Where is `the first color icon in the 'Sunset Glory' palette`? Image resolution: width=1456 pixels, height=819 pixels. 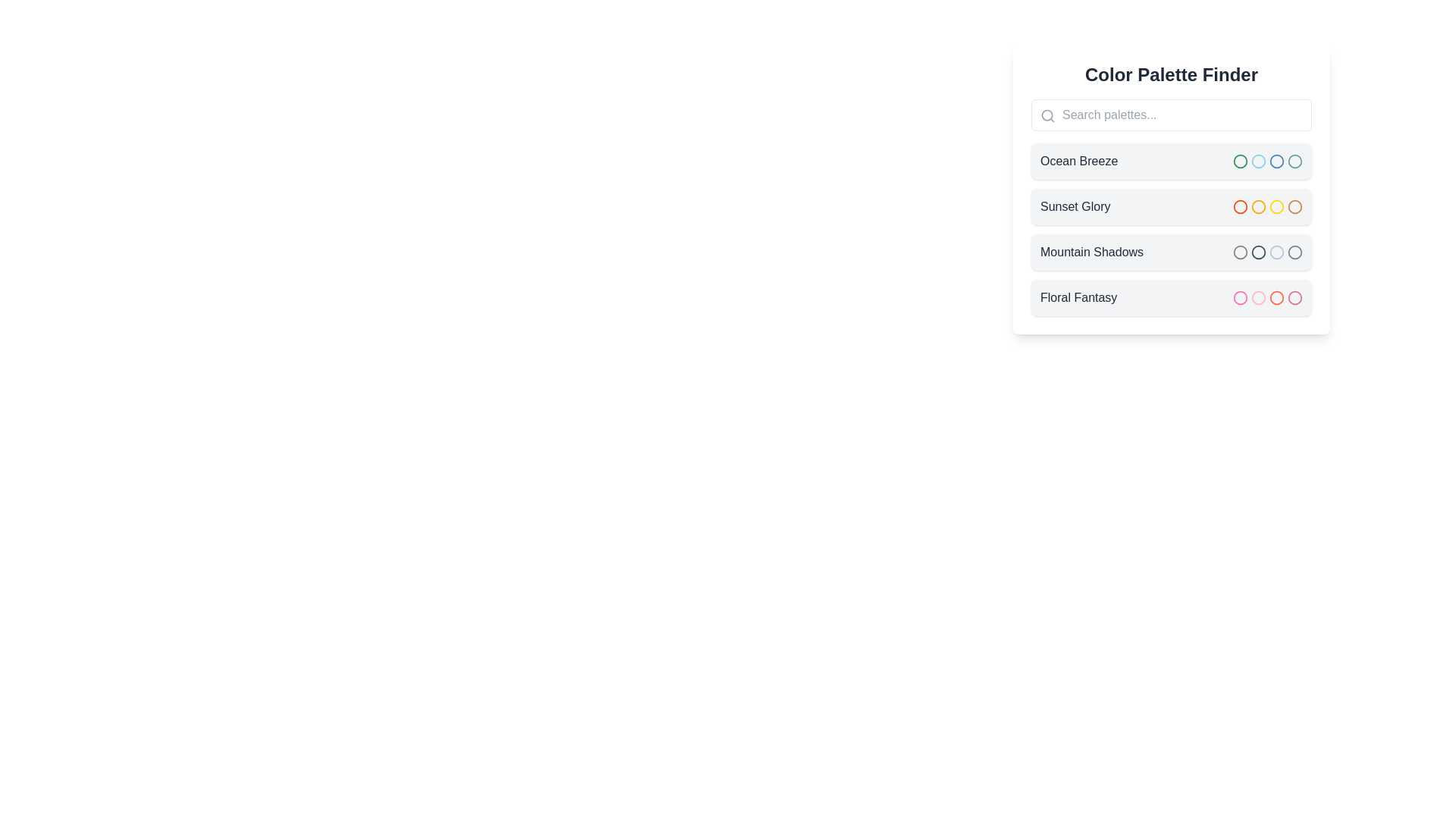 the first color icon in the 'Sunset Glory' palette is located at coordinates (1241, 207).